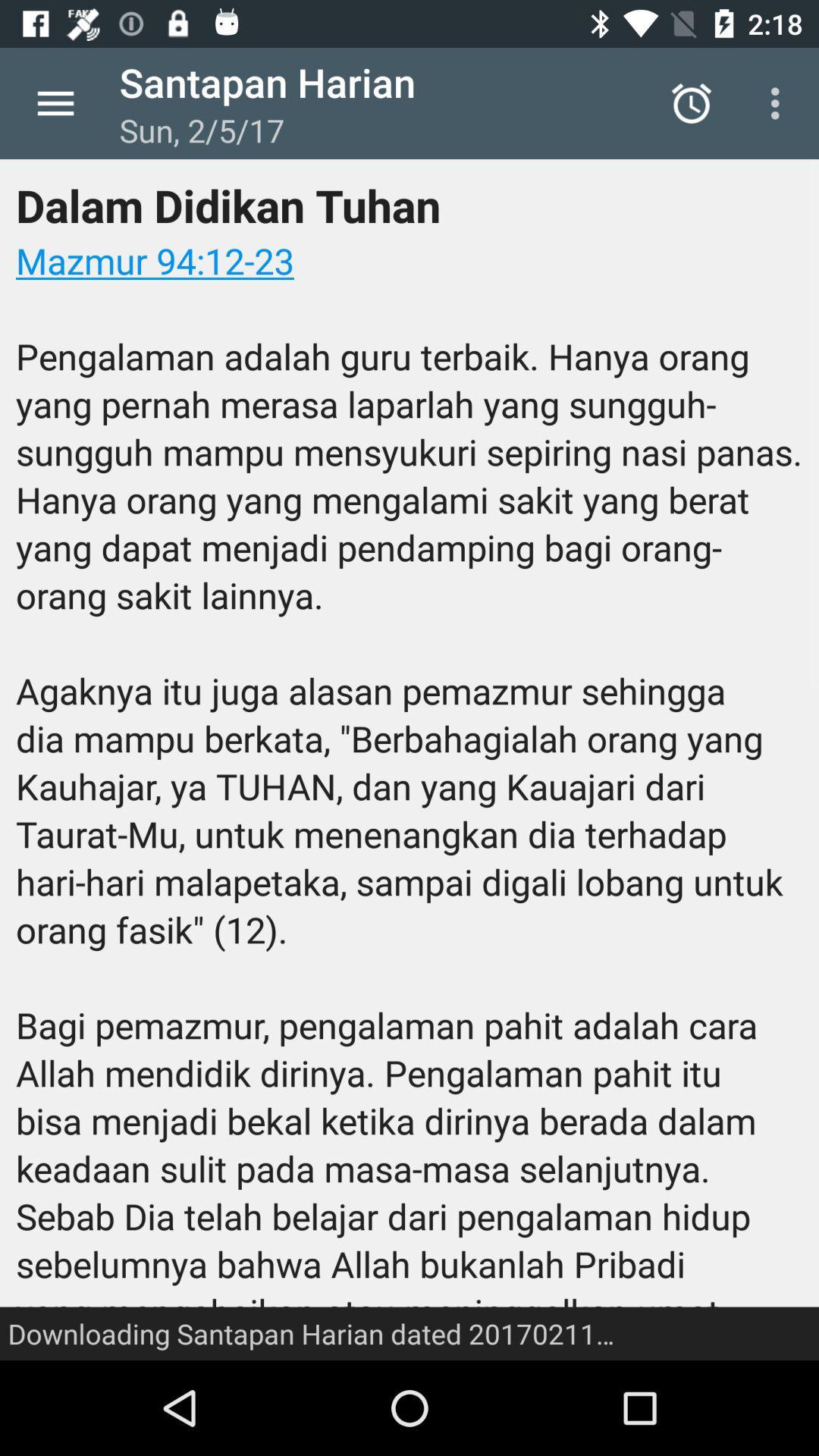 The width and height of the screenshot is (819, 1456). I want to click on icon above the dalam didikan tuhan icon, so click(691, 102).